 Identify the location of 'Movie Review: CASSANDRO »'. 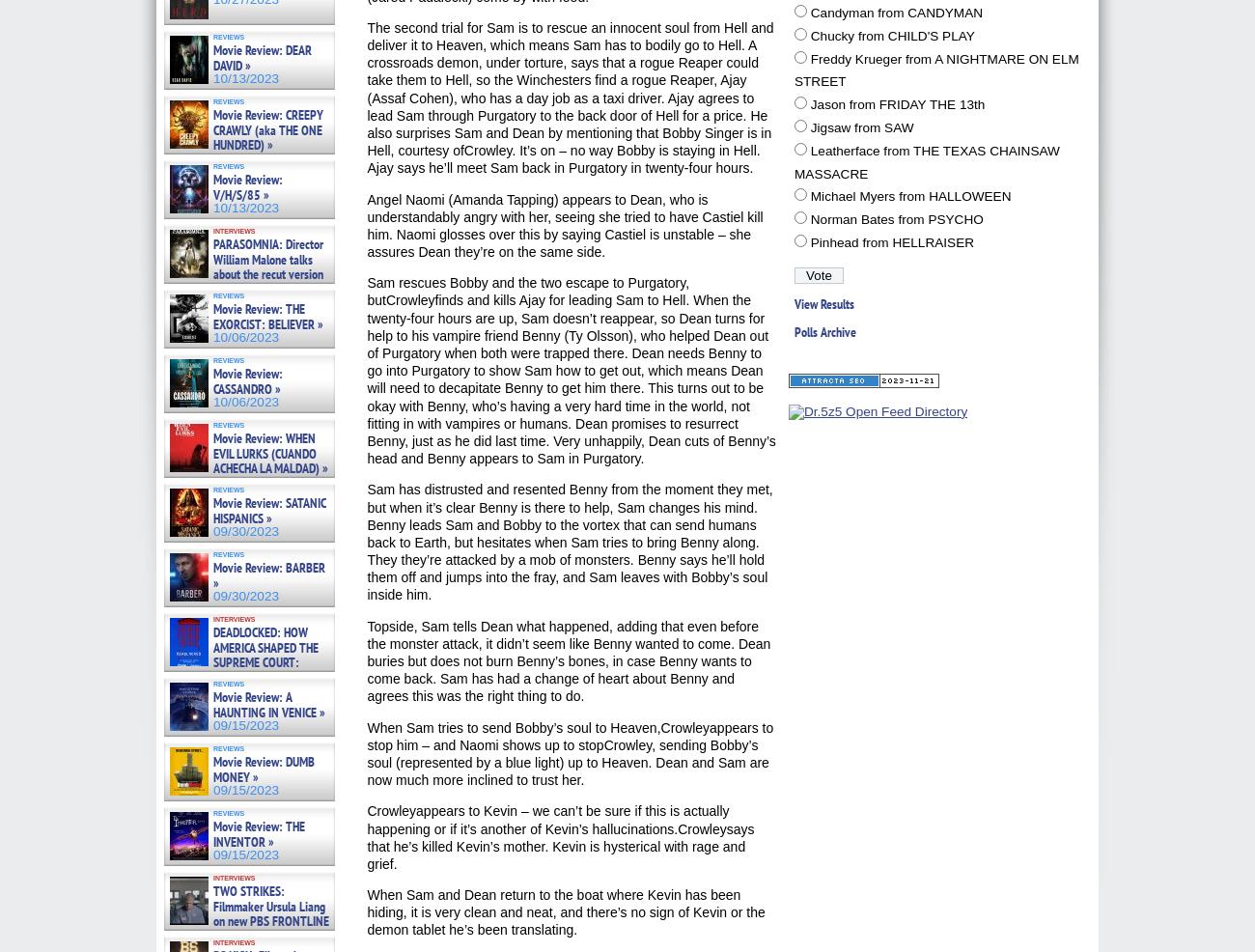
(247, 379).